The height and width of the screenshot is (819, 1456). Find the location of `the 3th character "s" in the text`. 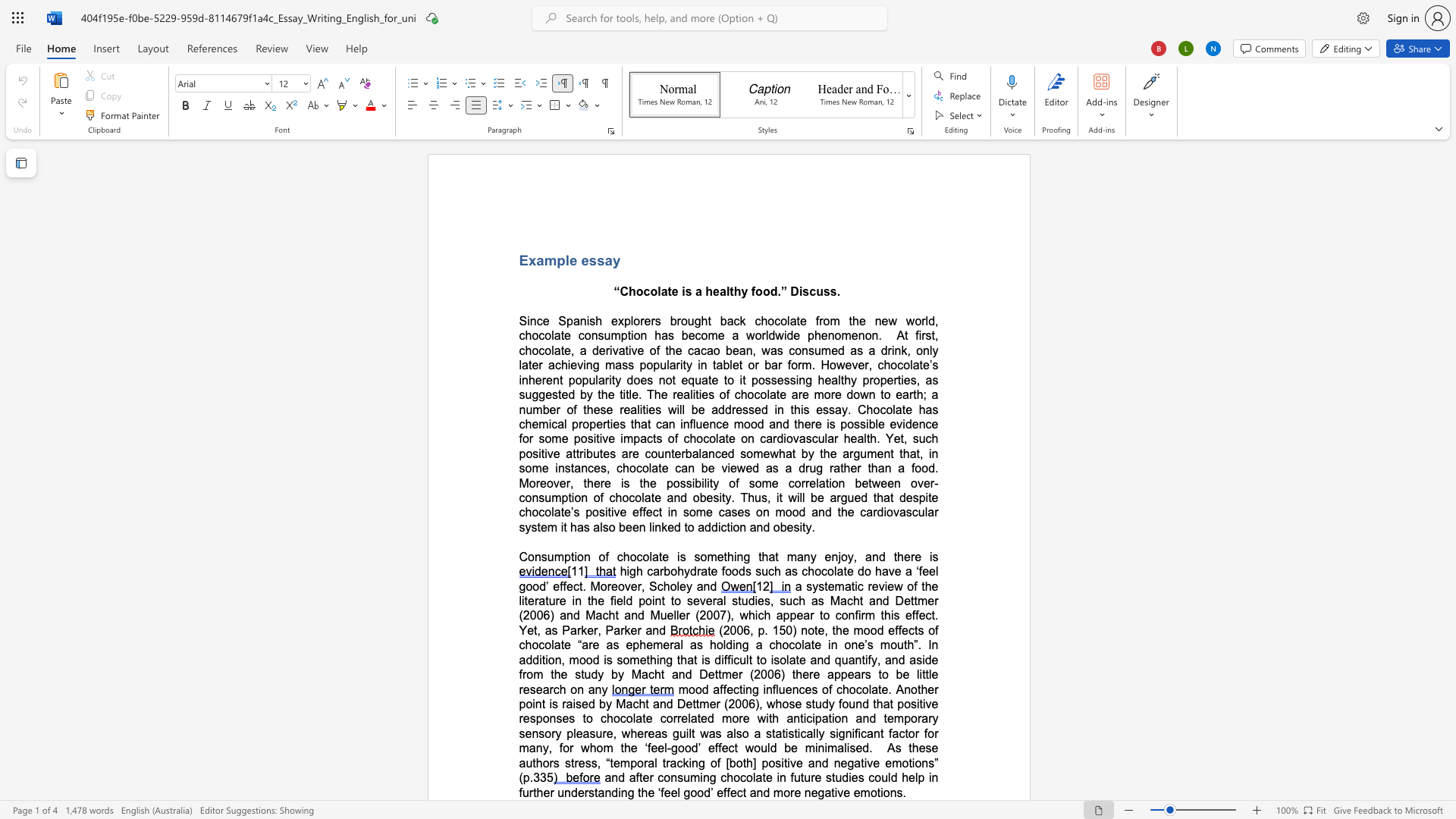

the 3th character "s" in the text is located at coordinates (826, 291).